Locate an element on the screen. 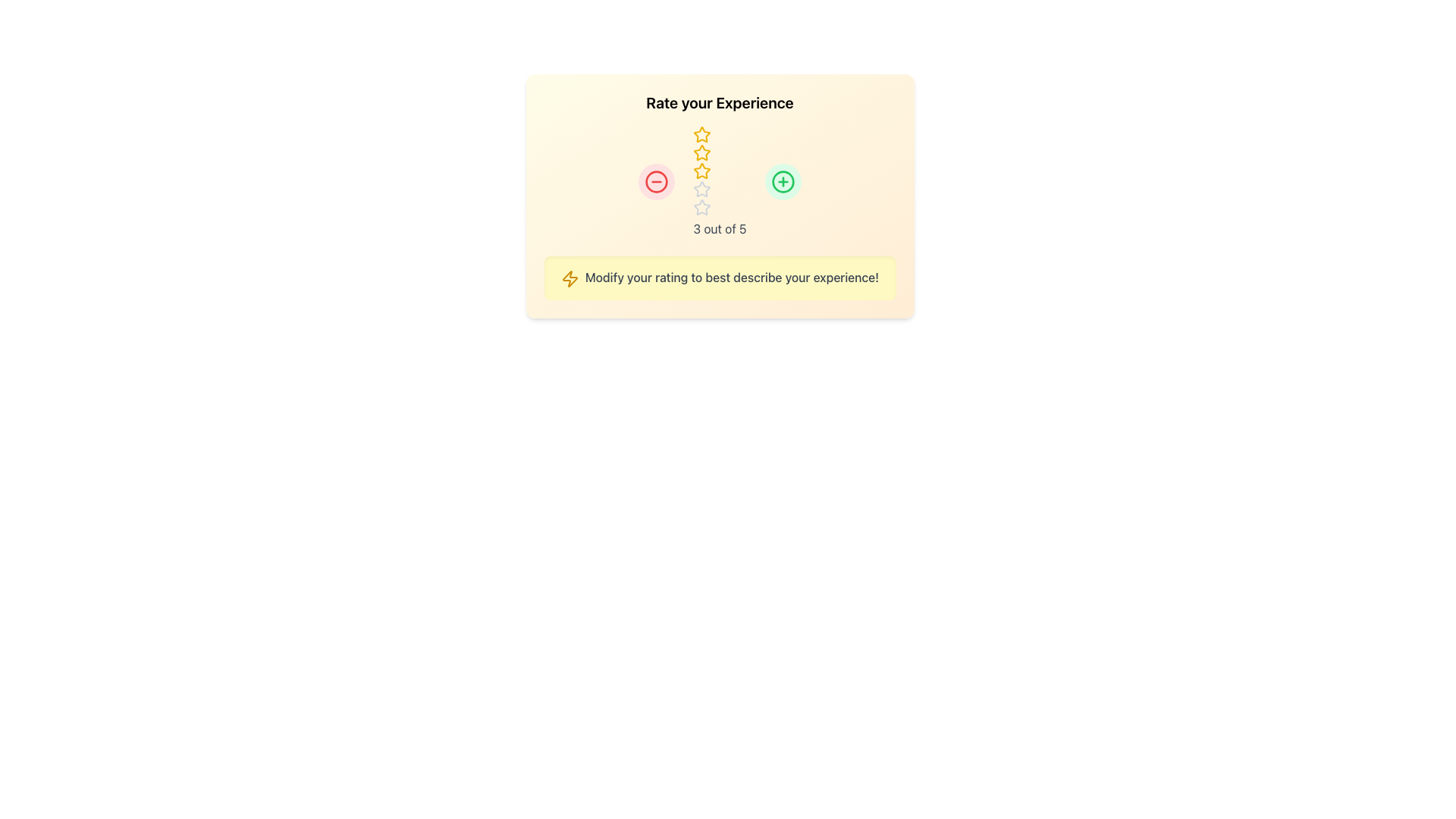 This screenshot has height=819, width=1456. the heading label text at the top center of the card, which guides users to rate their experience is located at coordinates (719, 102).